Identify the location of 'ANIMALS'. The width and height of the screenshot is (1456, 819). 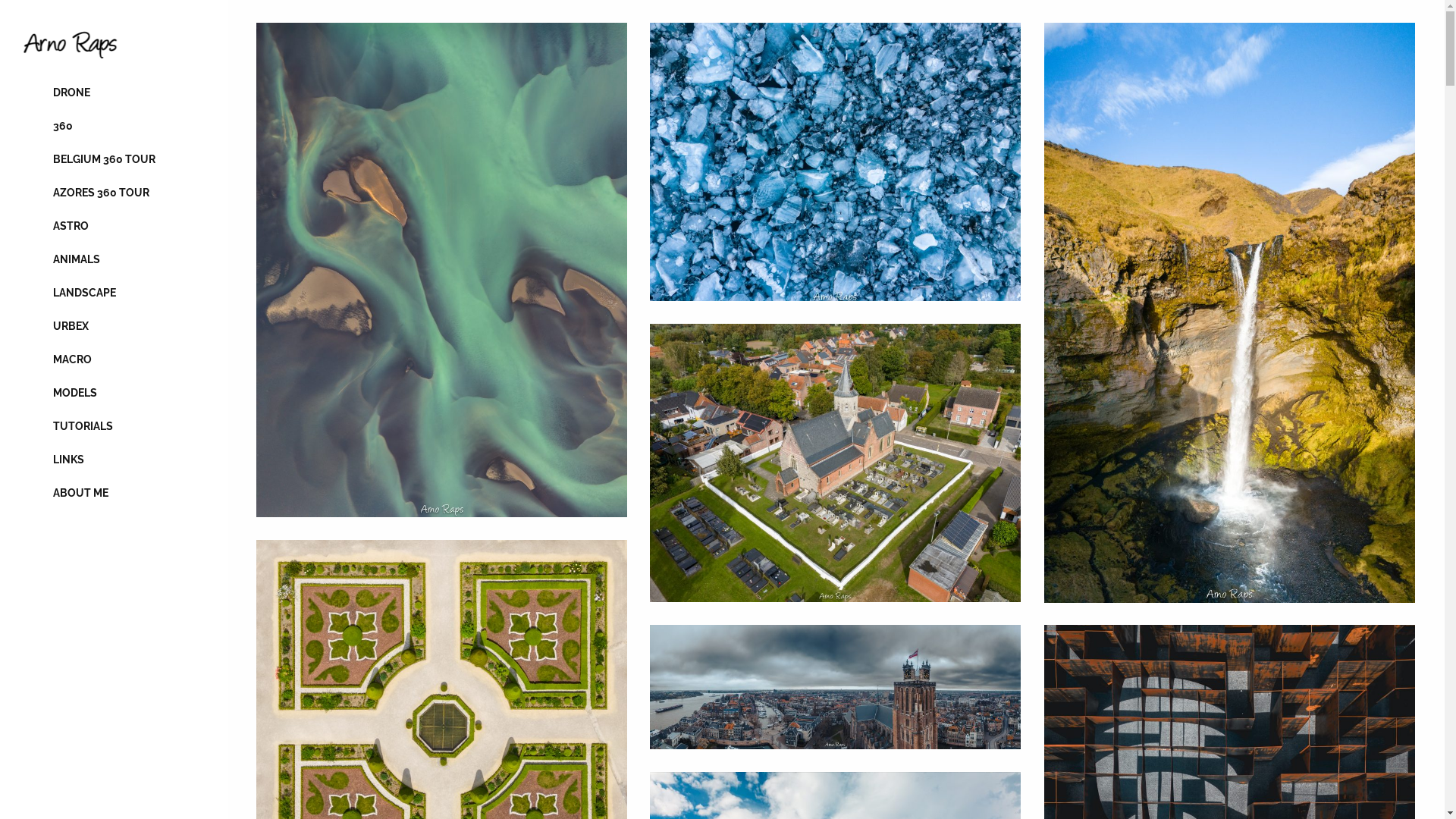
(112, 259).